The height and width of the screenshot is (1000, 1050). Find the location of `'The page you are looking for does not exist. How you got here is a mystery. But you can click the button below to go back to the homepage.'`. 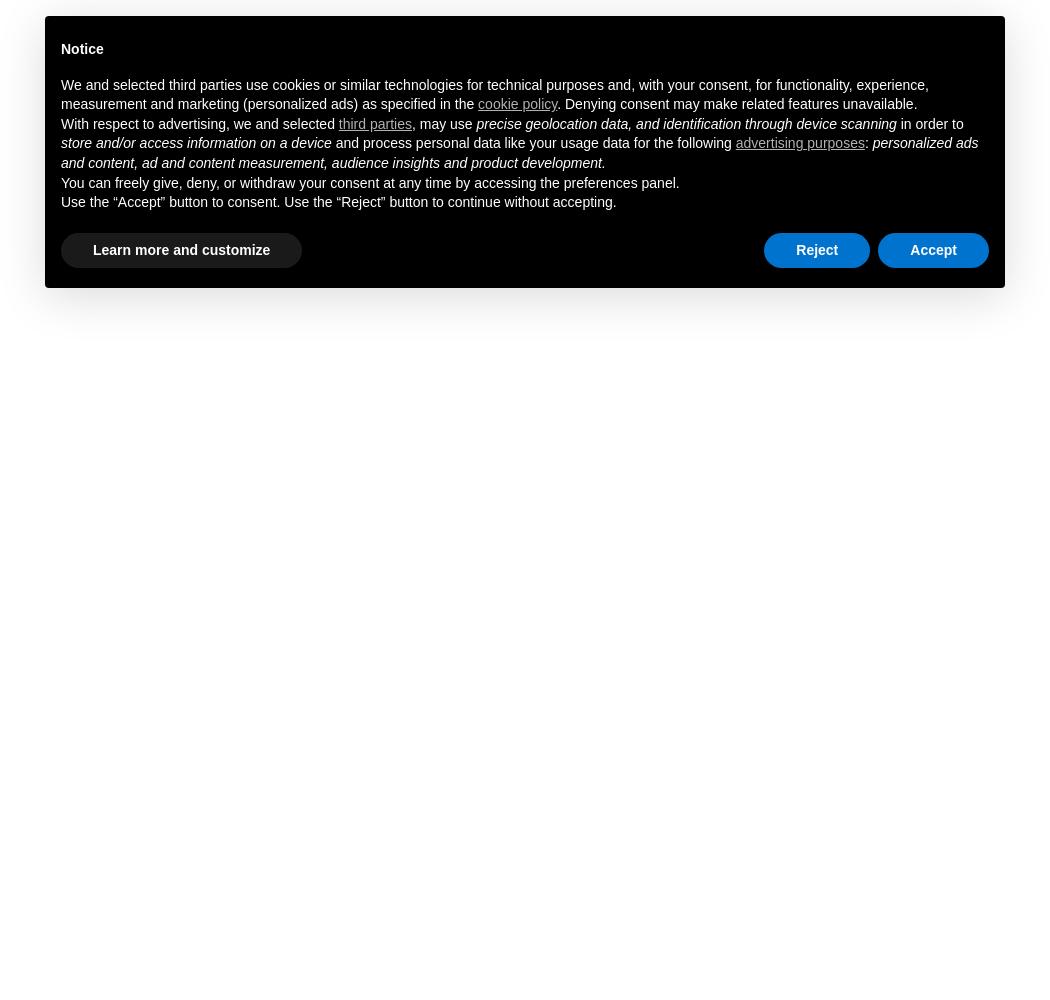

'The page you are looking for does not exist. How you got here is a mystery. But you can click the button below to go back to the homepage.' is located at coordinates (764, 569).